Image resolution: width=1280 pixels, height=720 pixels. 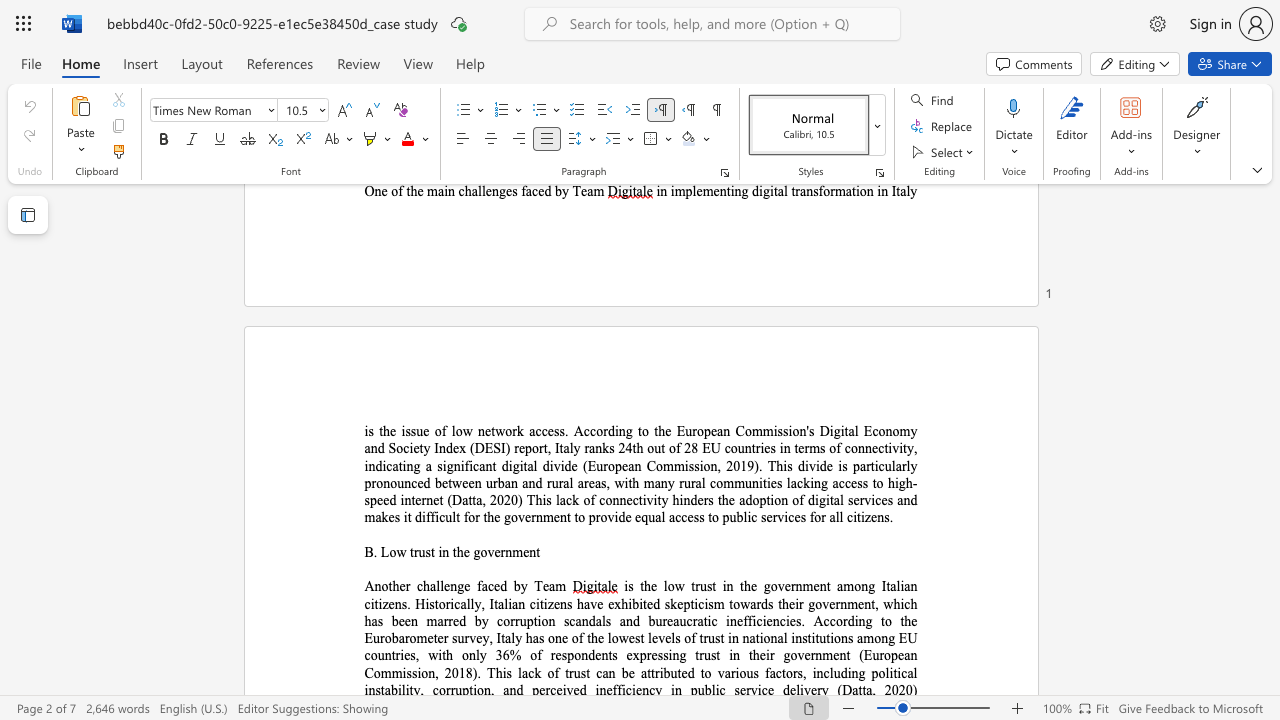 I want to click on the 3th character "l" in the text, so click(x=907, y=191).